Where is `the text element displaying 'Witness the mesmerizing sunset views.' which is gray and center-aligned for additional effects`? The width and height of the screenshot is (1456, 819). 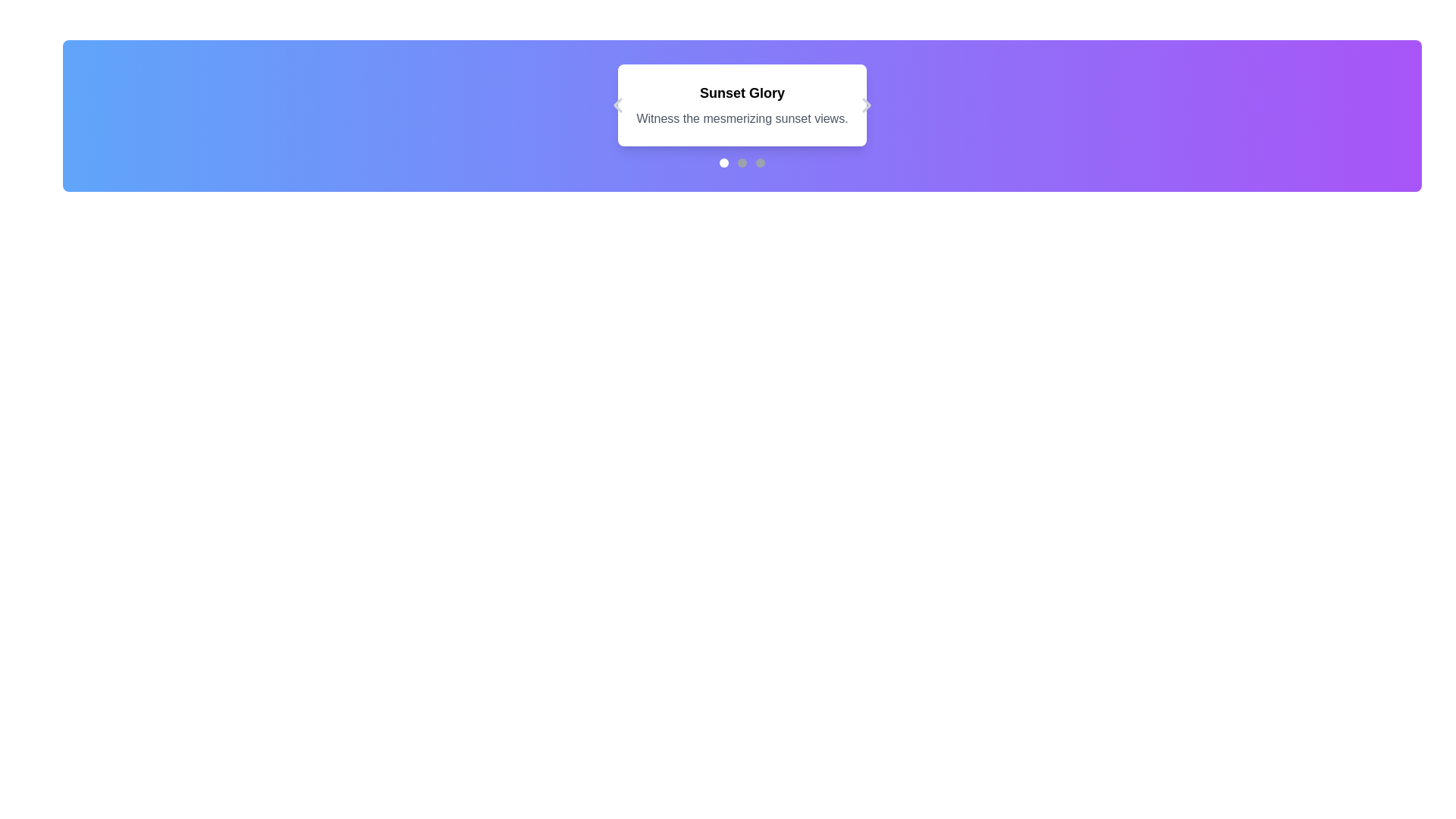
the text element displaying 'Witness the mesmerizing sunset views.' which is gray and center-aligned for additional effects is located at coordinates (742, 118).